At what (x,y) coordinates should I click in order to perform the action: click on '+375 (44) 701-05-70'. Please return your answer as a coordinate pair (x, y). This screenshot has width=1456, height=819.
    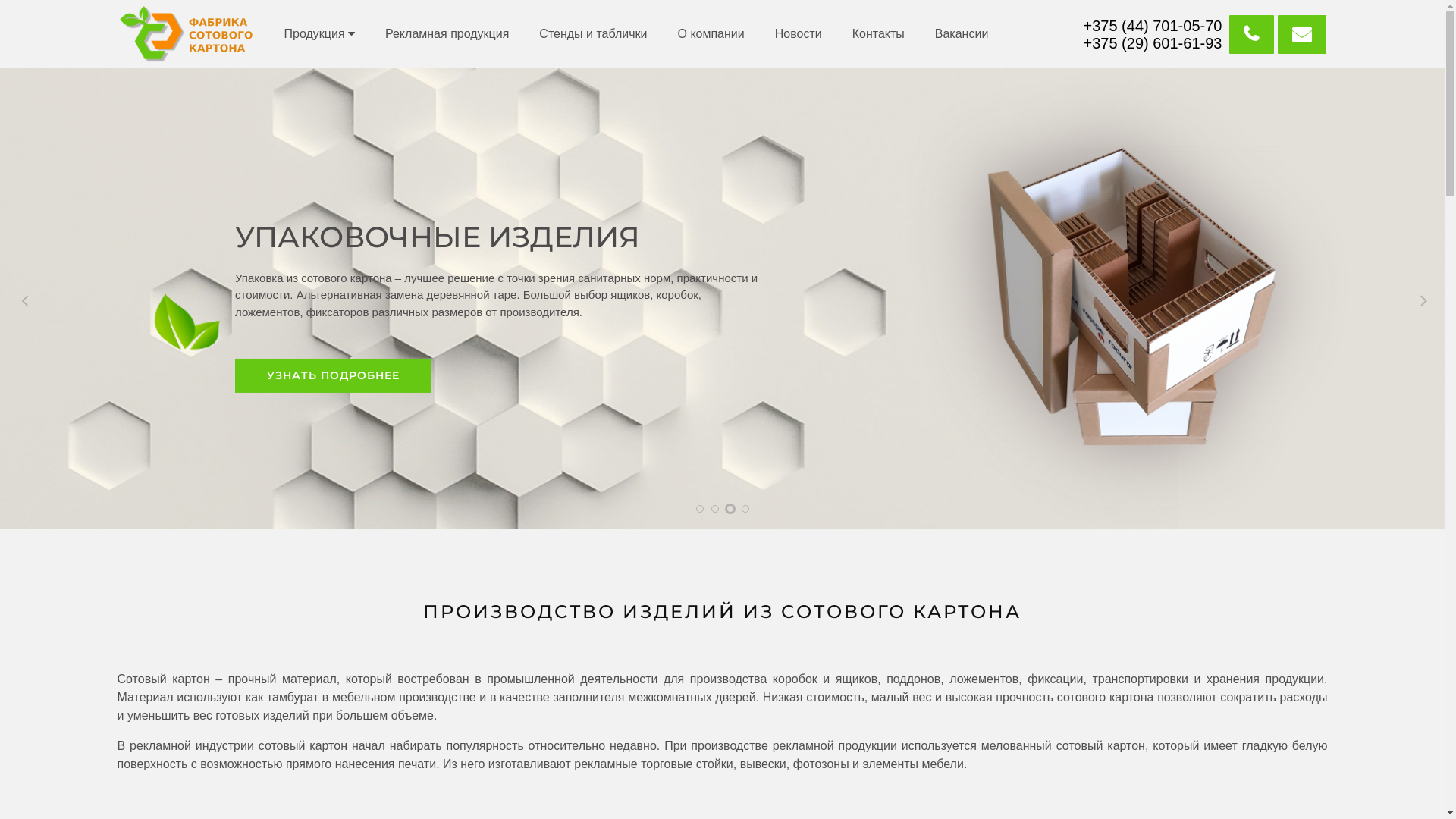
    Looking at the image, I should click on (1153, 25).